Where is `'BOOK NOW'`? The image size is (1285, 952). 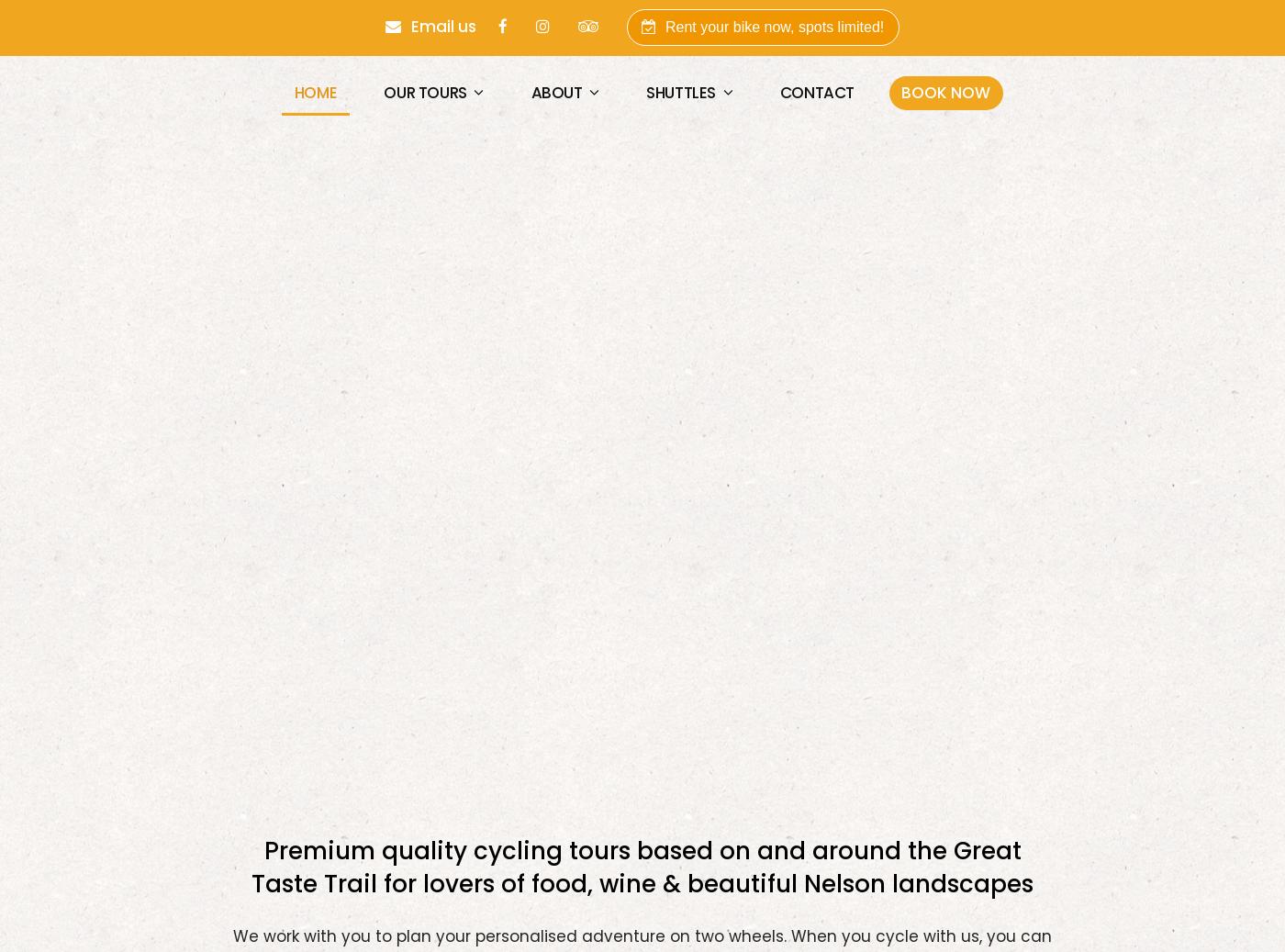
'BOOK NOW' is located at coordinates (945, 92).